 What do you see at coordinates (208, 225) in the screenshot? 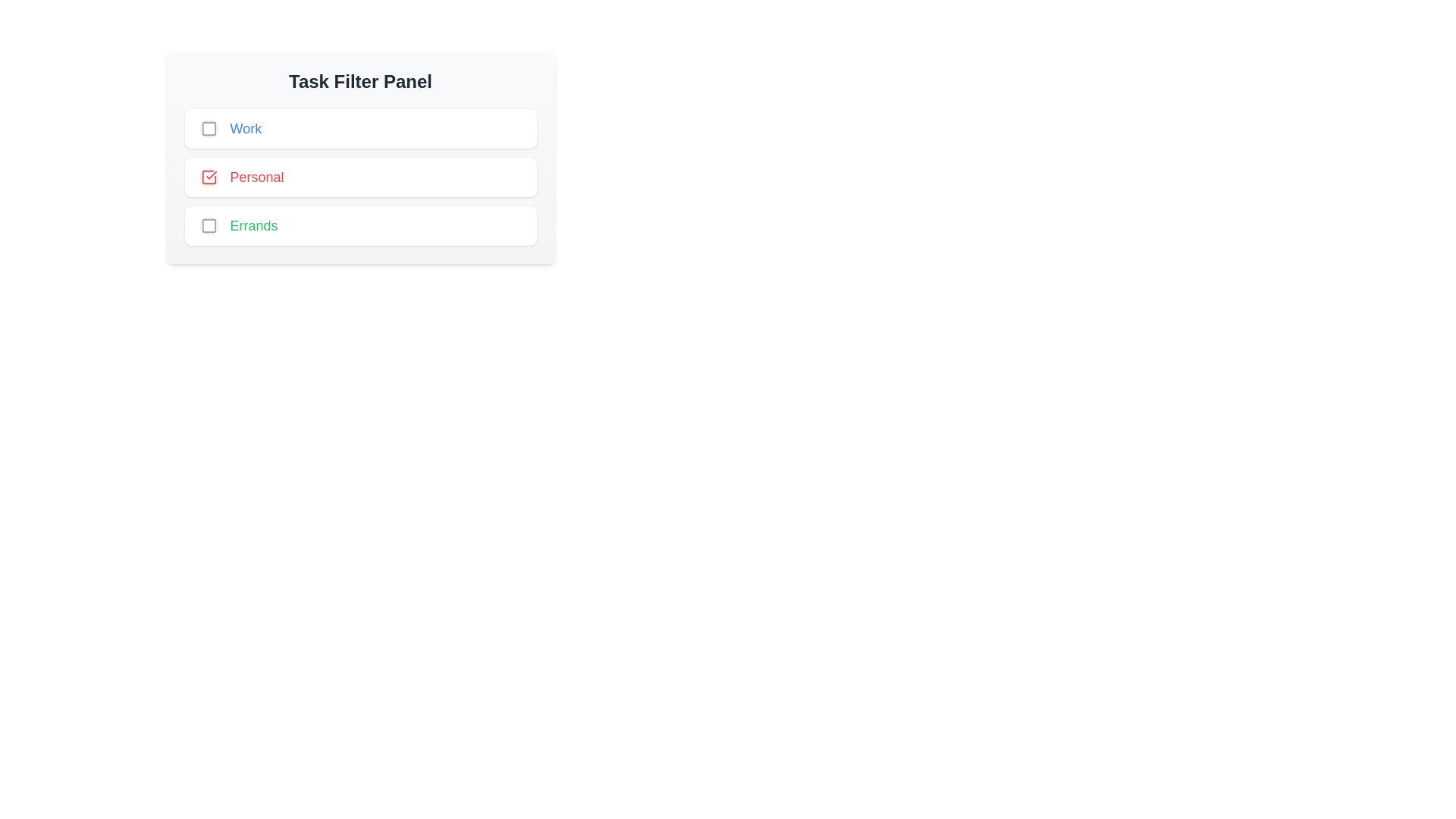
I see `the selection state icon for the 'Errands' task category, which indicates whether this task category is selected or not` at bounding box center [208, 225].